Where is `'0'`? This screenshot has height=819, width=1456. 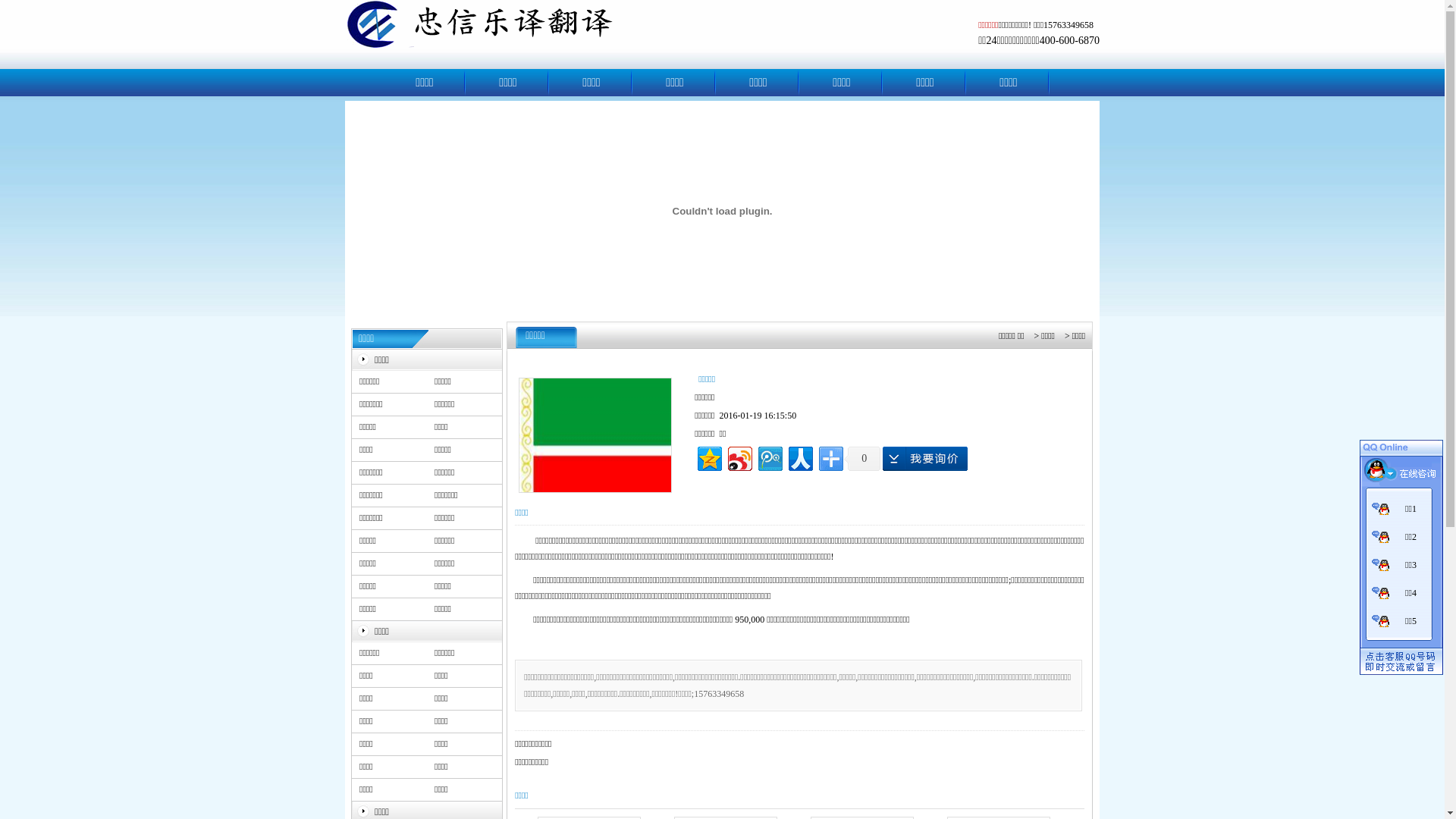 '0' is located at coordinates (862, 458).